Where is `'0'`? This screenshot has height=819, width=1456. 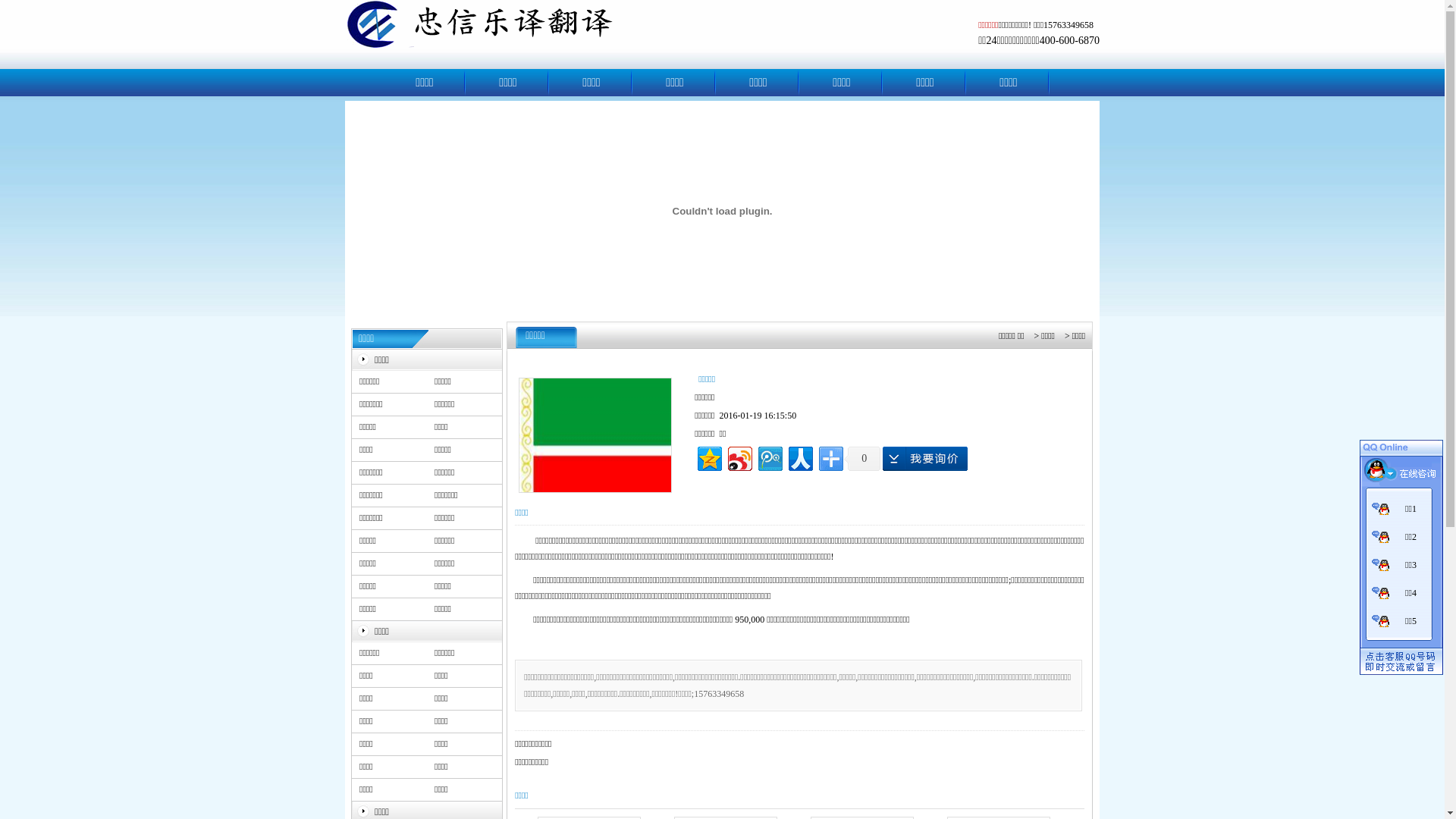 '0' is located at coordinates (862, 458).